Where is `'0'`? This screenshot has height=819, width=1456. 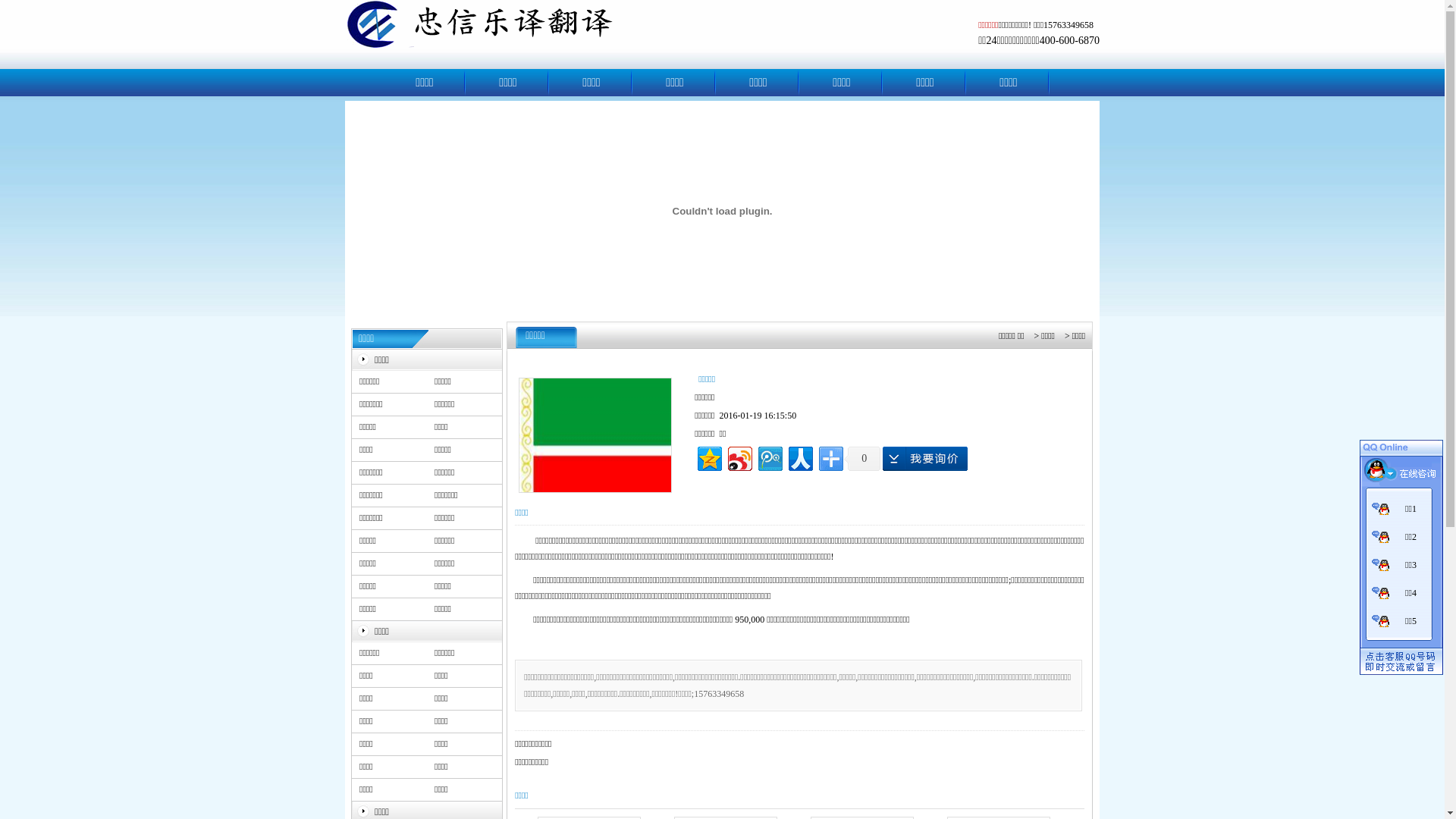 '0' is located at coordinates (862, 458).